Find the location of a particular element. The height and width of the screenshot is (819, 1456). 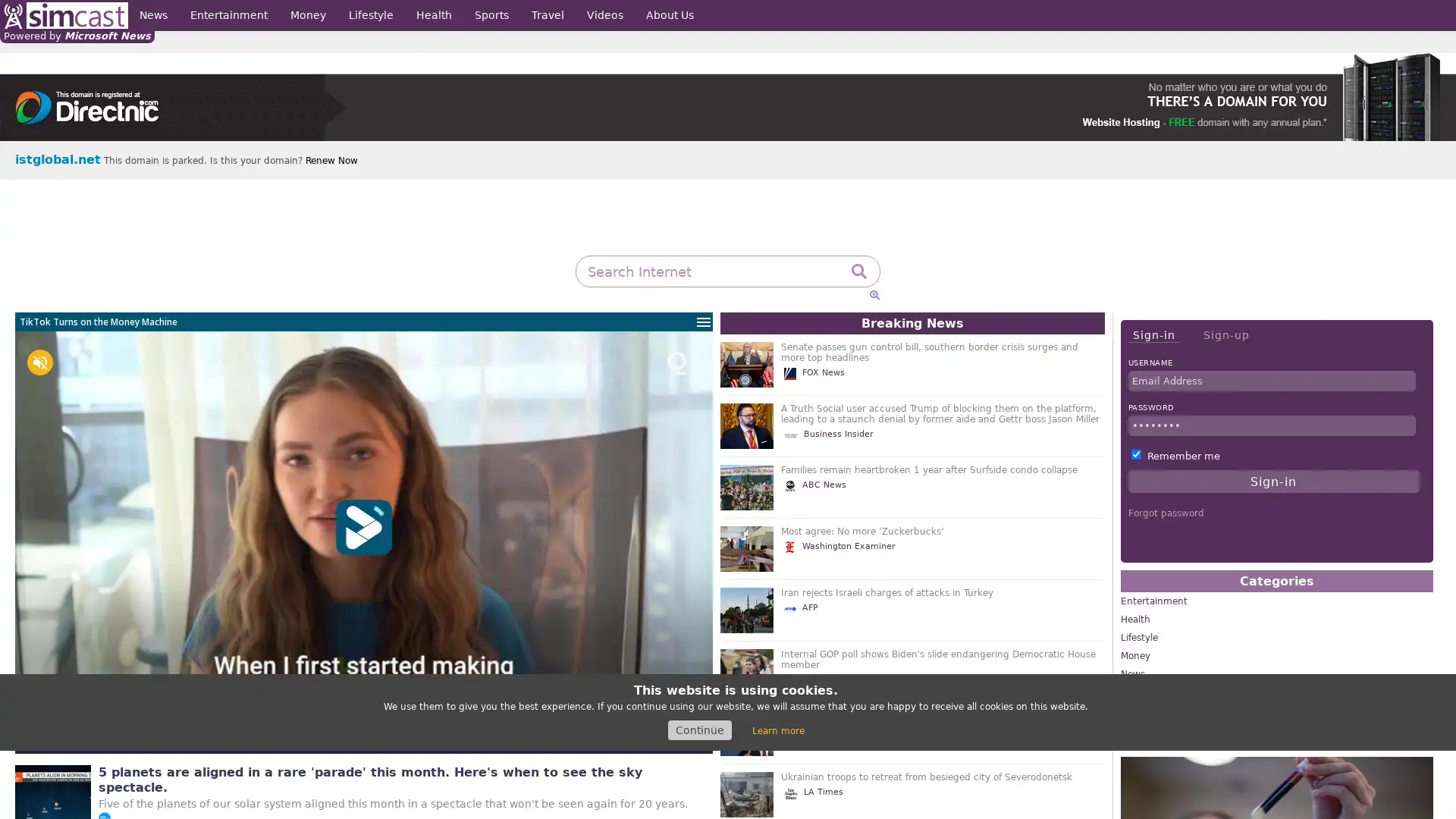

Sign-in is located at coordinates (1273, 482).